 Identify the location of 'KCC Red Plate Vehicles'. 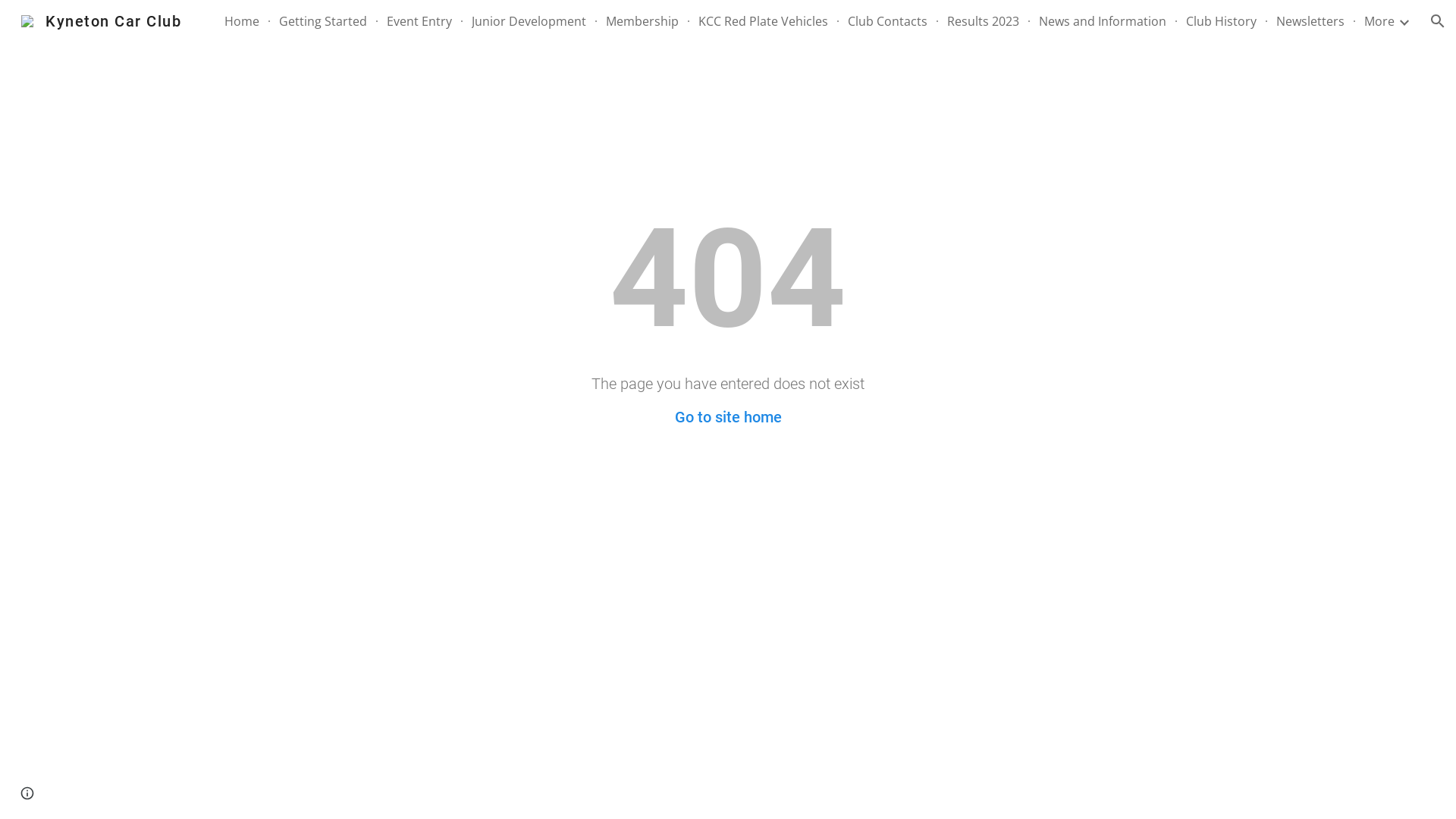
(763, 20).